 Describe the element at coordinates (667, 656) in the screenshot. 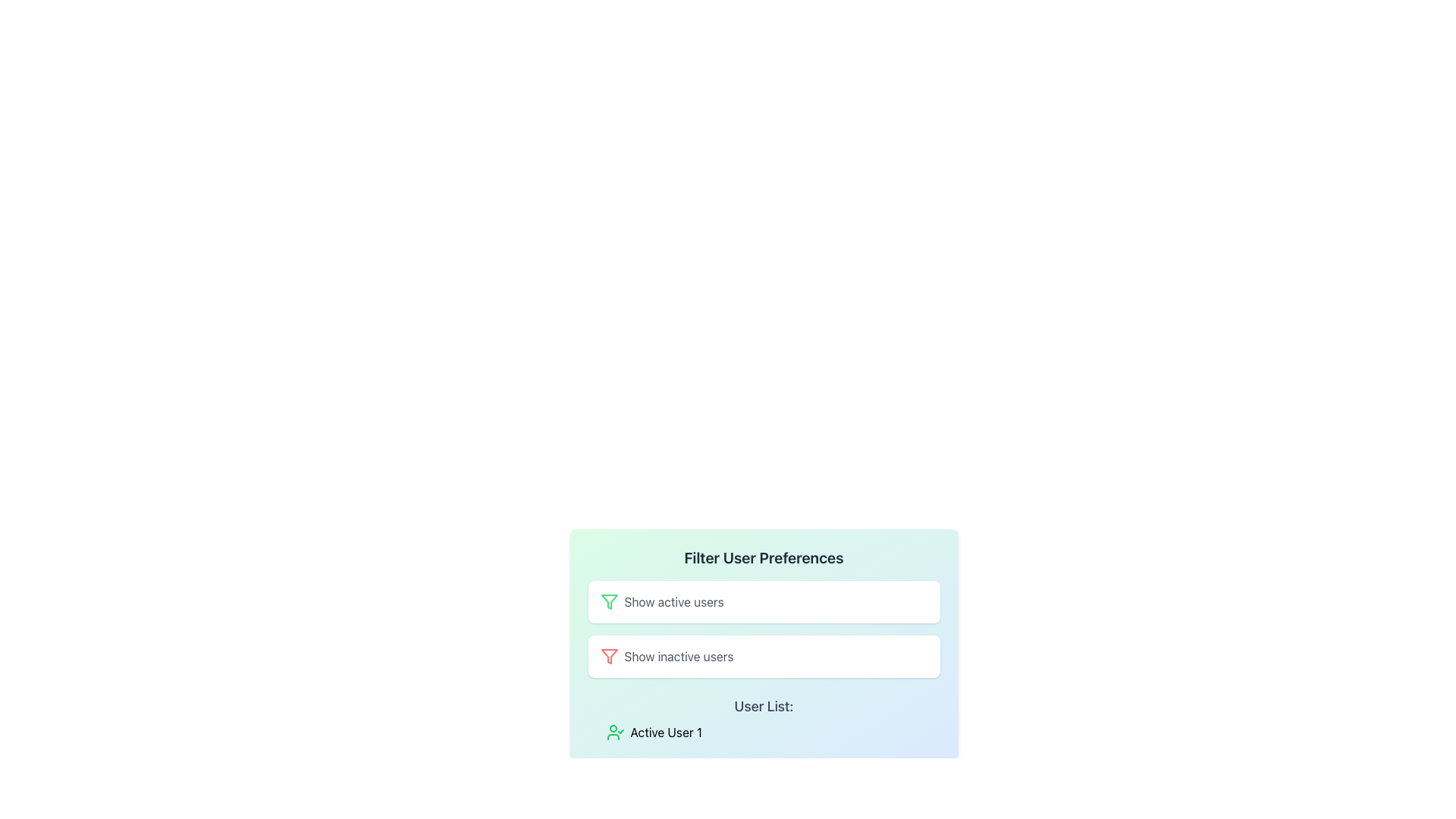

I see `the inactive user filter toggle text, which is located in the second row below the 'Show active users' filter option and has a red icon on the left` at that location.